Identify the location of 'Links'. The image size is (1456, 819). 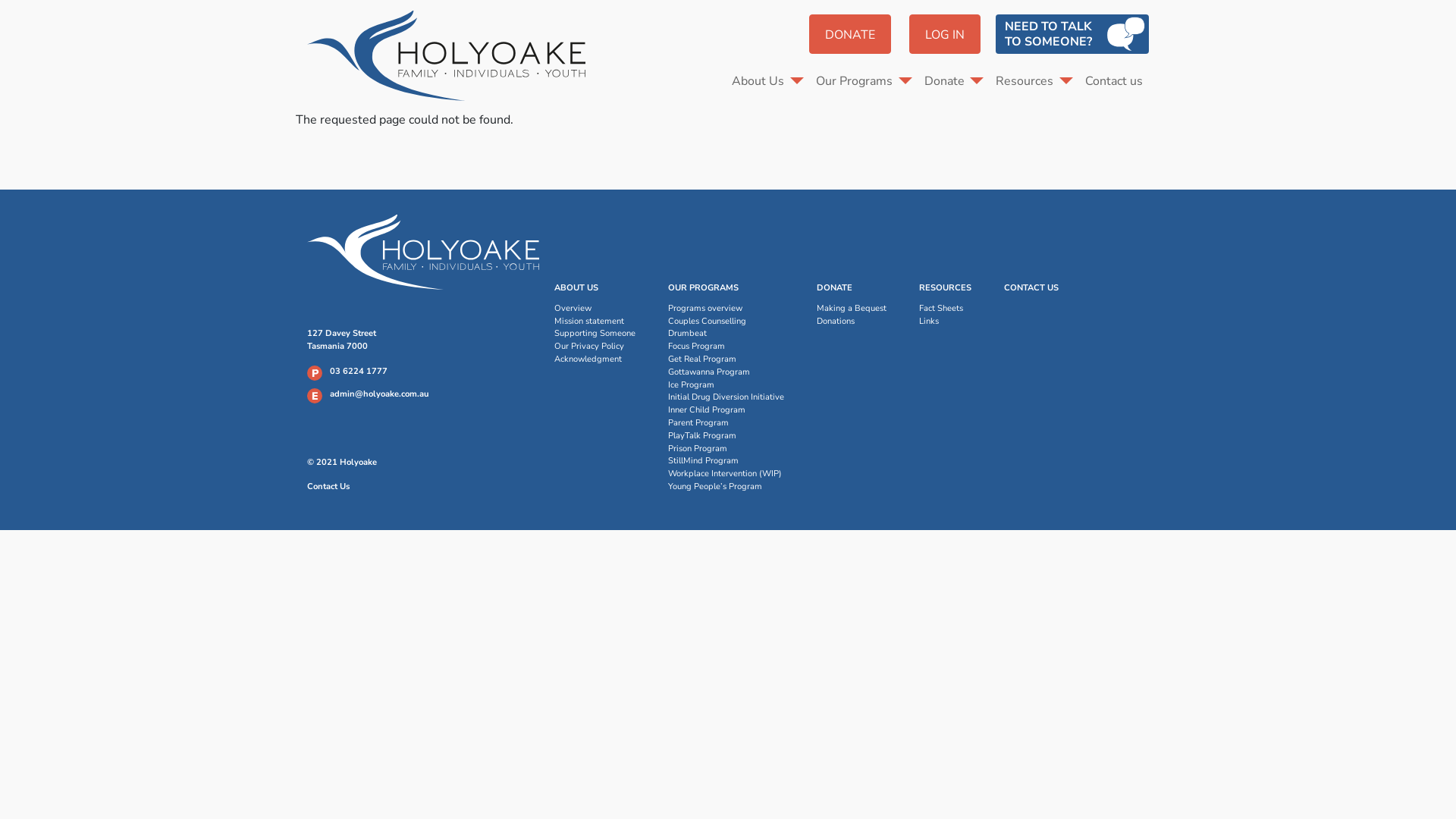
(944, 321).